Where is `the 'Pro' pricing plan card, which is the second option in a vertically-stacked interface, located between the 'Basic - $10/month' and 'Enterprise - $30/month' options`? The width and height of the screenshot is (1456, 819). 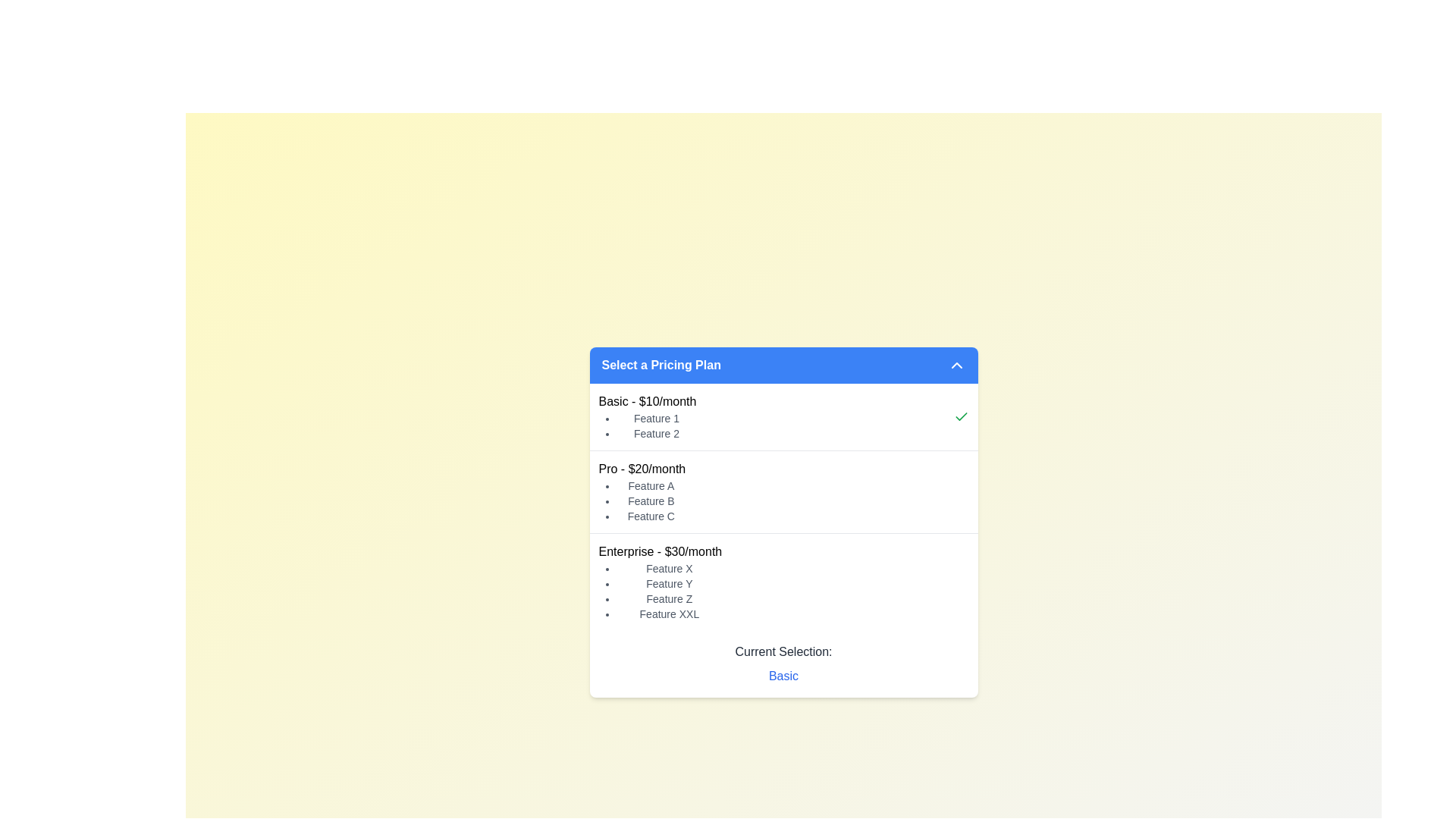
the 'Pro' pricing plan card, which is the second option in a vertically-stacked interface, located between the 'Basic - $10/month' and 'Enterprise - $30/month' options is located at coordinates (783, 491).